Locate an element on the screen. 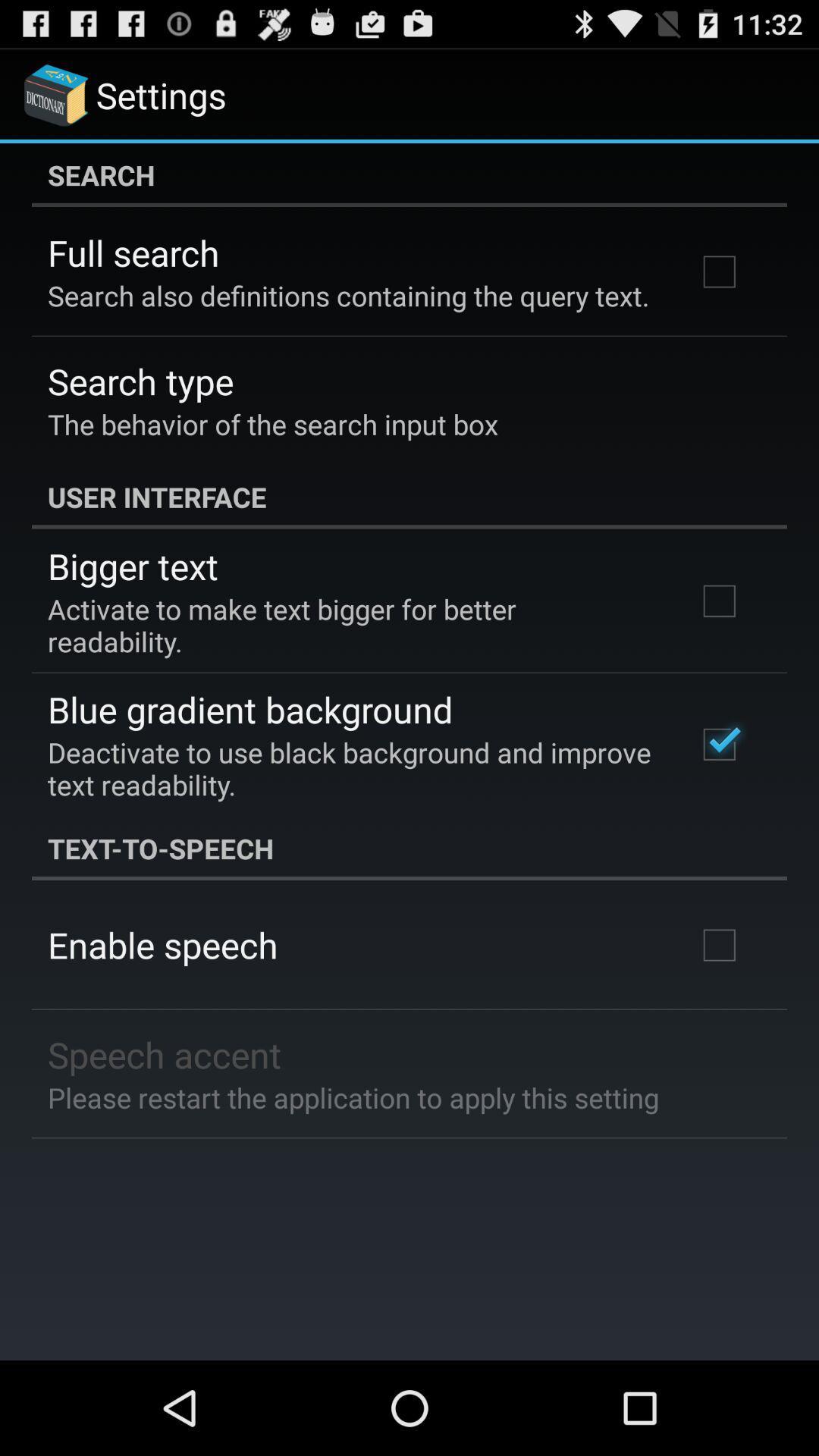 The image size is (819, 1456). speech accent at the bottom left corner is located at coordinates (165, 1053).